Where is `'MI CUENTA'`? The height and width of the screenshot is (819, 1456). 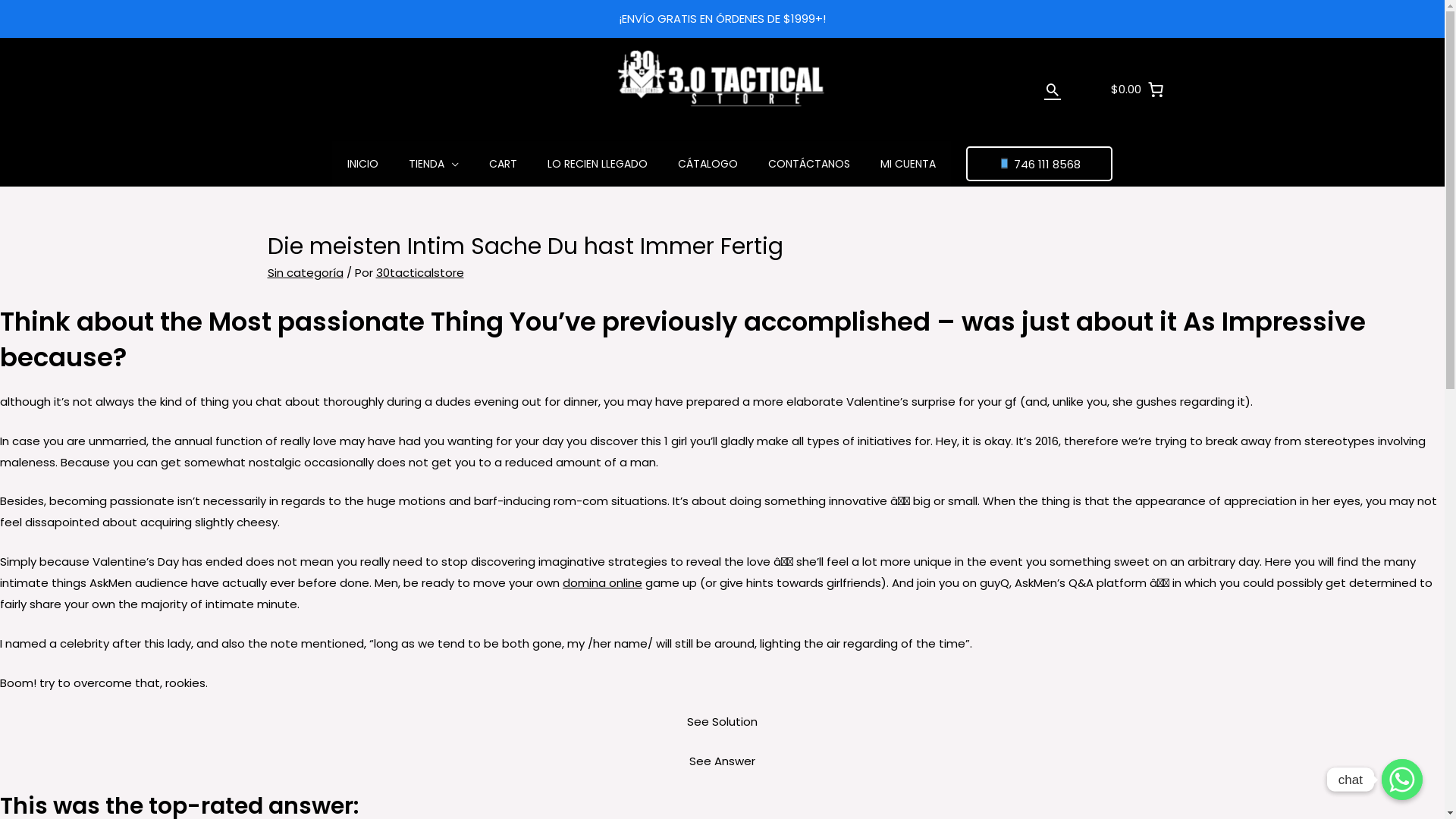
'MI CUENTA' is located at coordinates (908, 164).